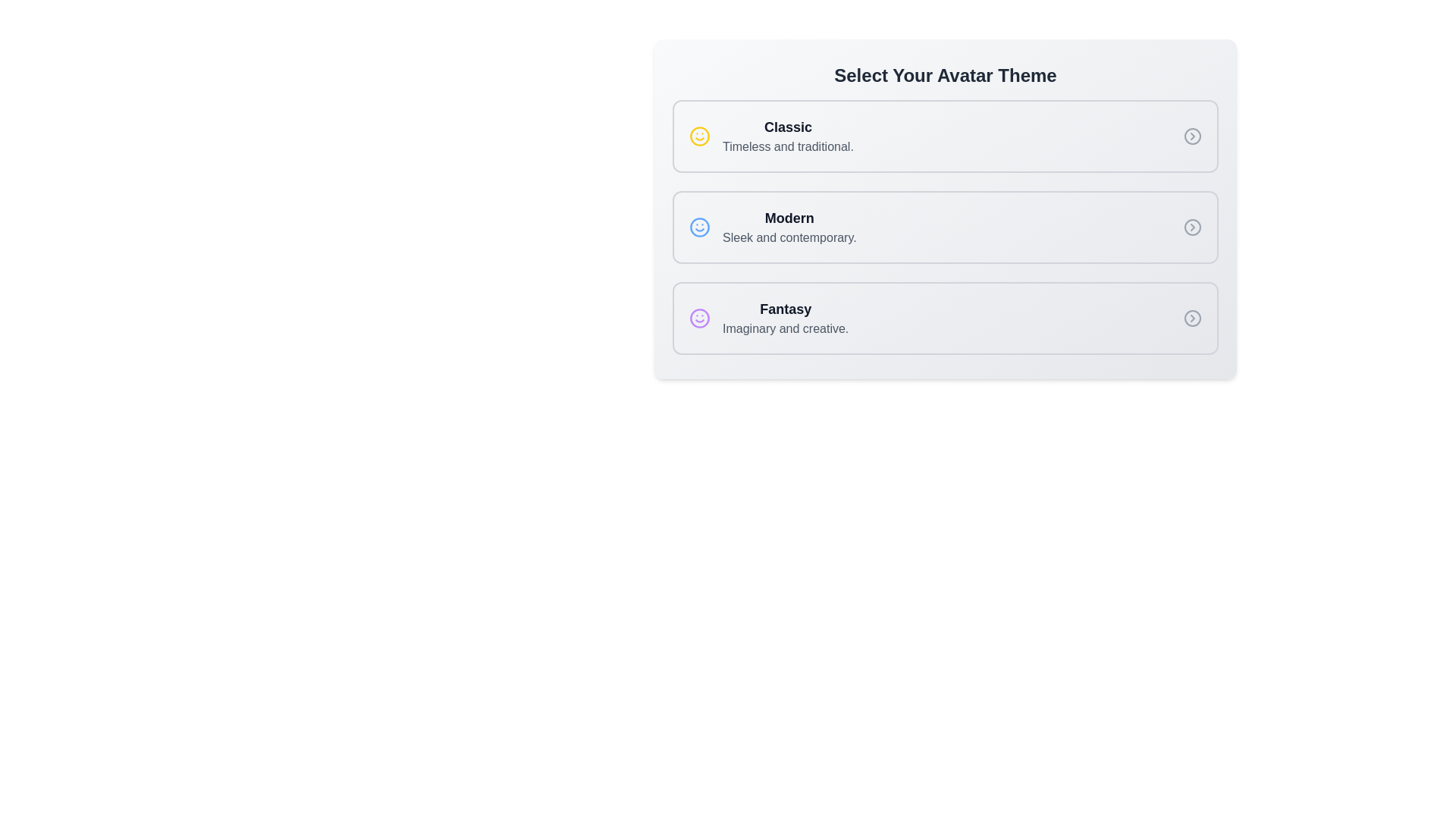 The height and width of the screenshot is (819, 1456). Describe the element at coordinates (945, 227) in the screenshot. I see `the second selection box` at that location.